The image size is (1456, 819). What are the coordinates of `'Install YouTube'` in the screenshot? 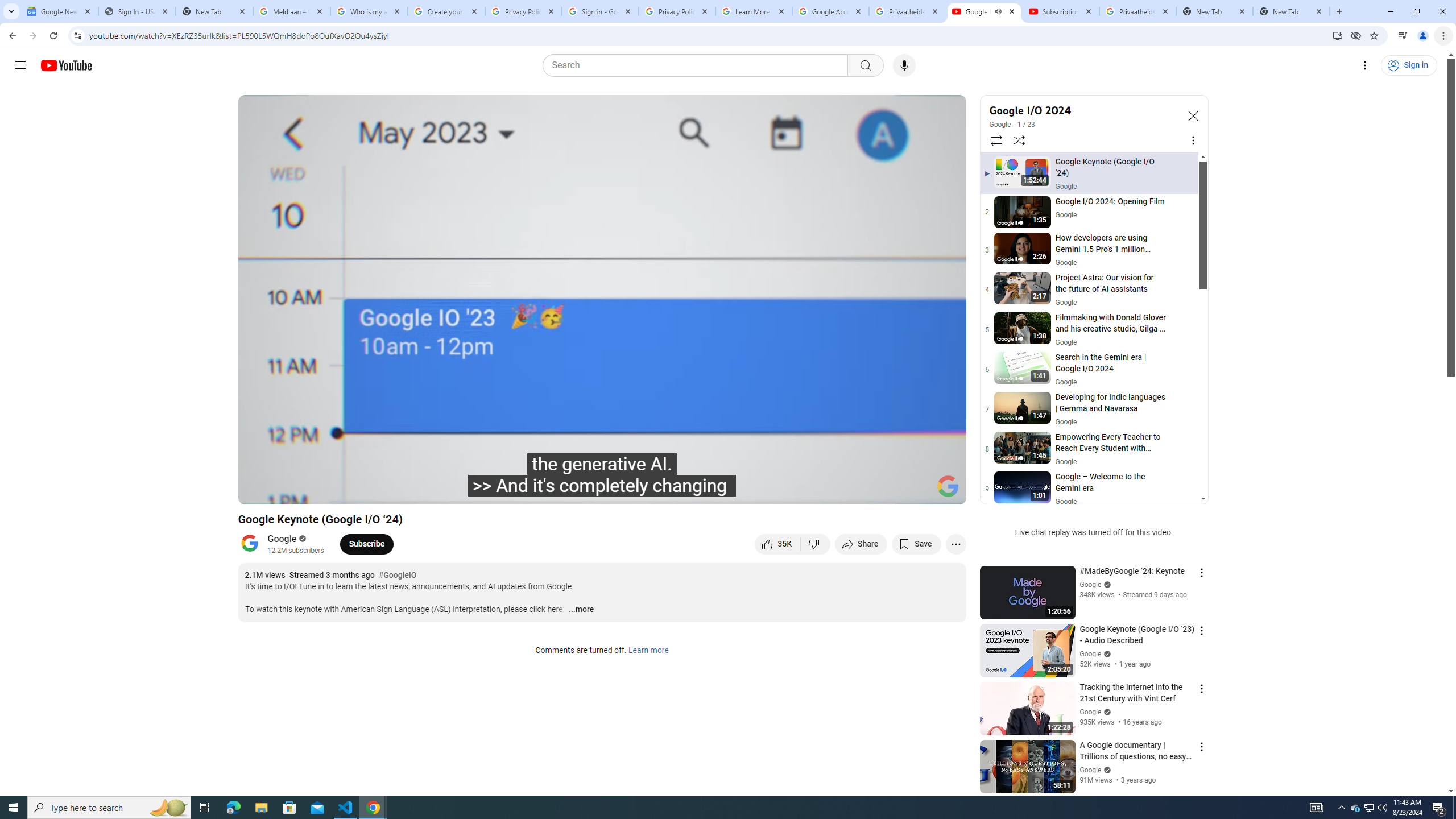 It's located at (1337, 35).